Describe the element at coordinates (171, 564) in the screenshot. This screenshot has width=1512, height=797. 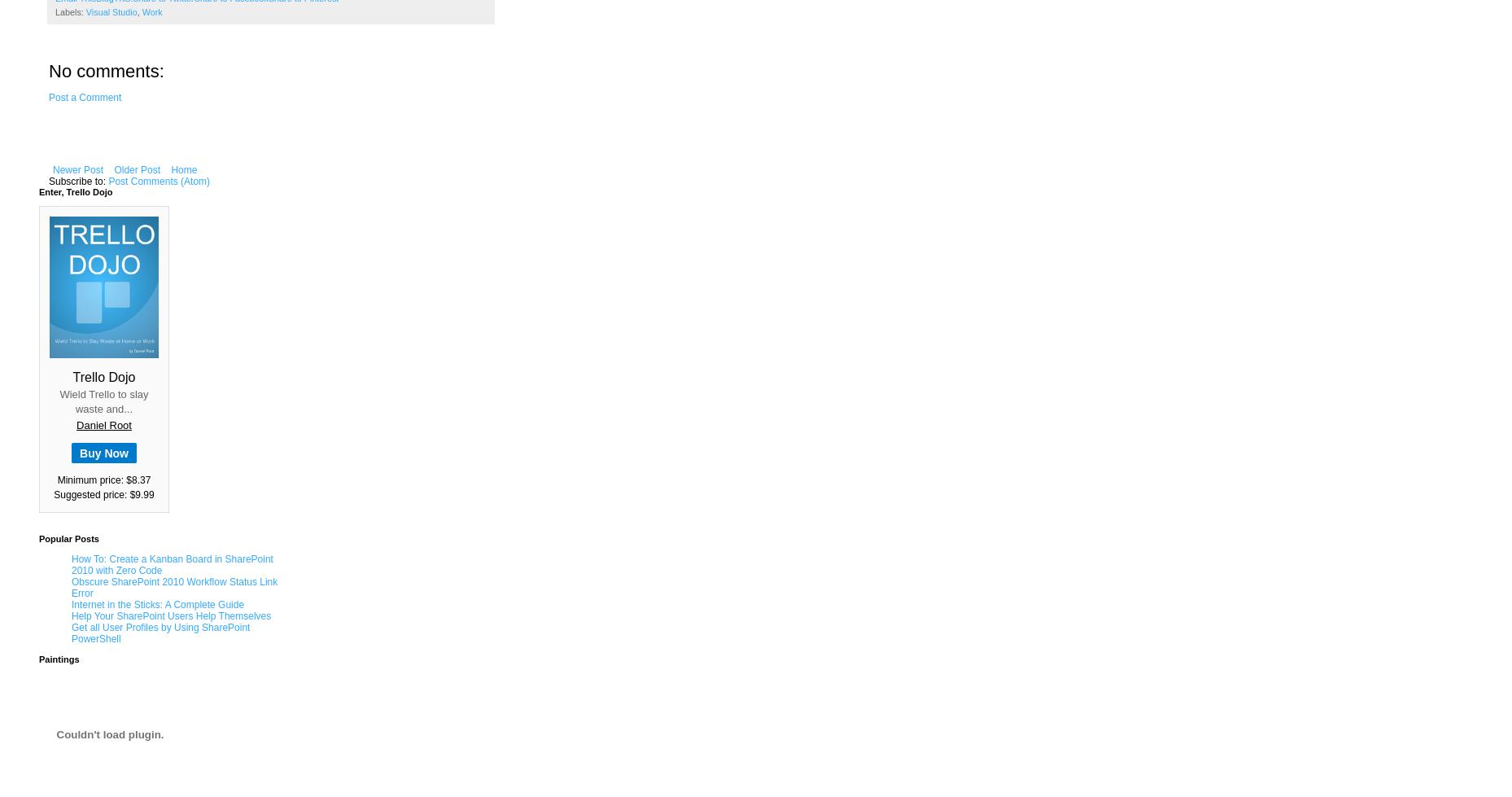
I see `'How To: Create a Kanban Board in SharePoint 2010 with Zero Code'` at that location.